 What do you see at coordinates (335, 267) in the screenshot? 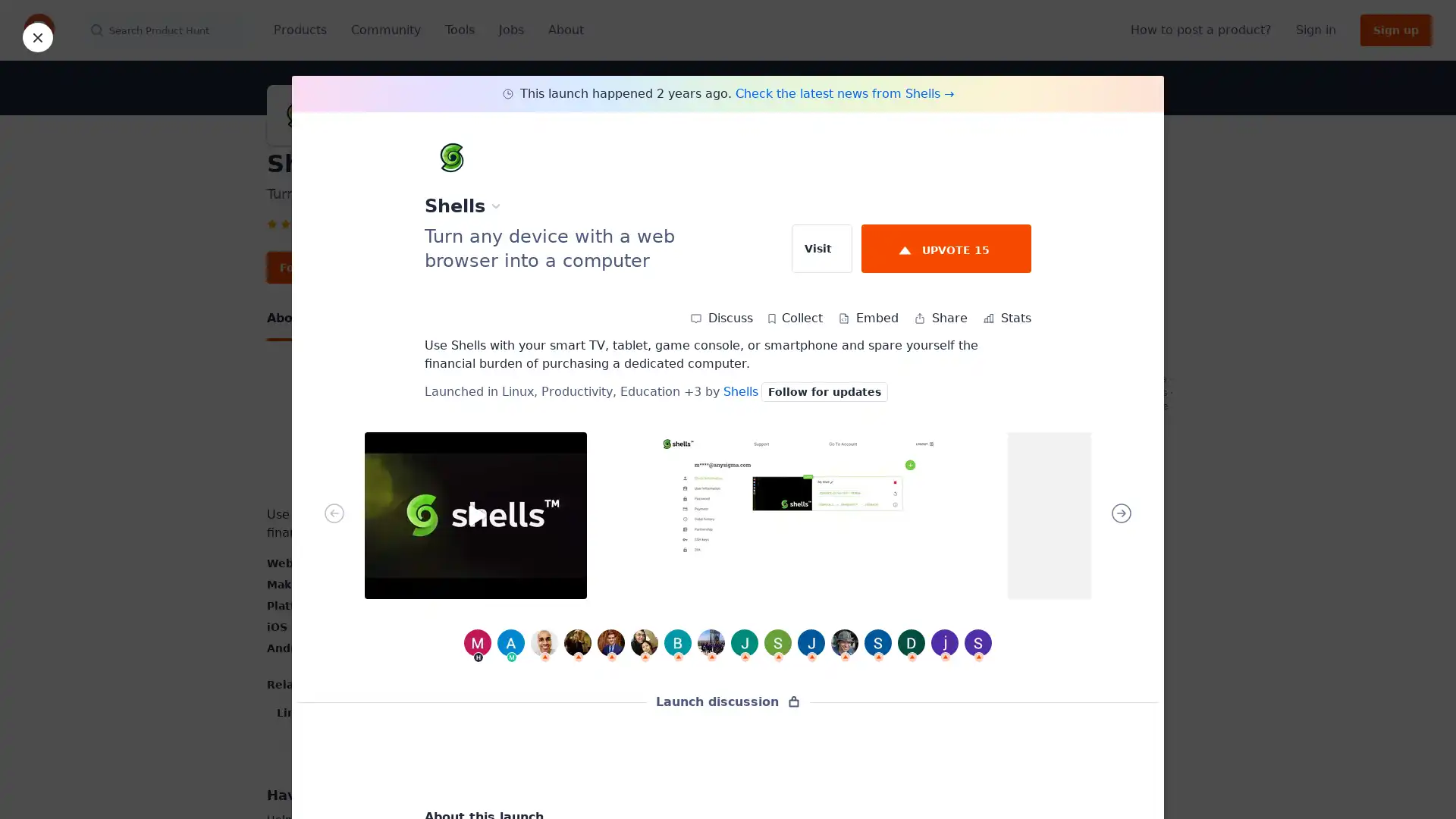
I see `Follow for updates` at bounding box center [335, 267].